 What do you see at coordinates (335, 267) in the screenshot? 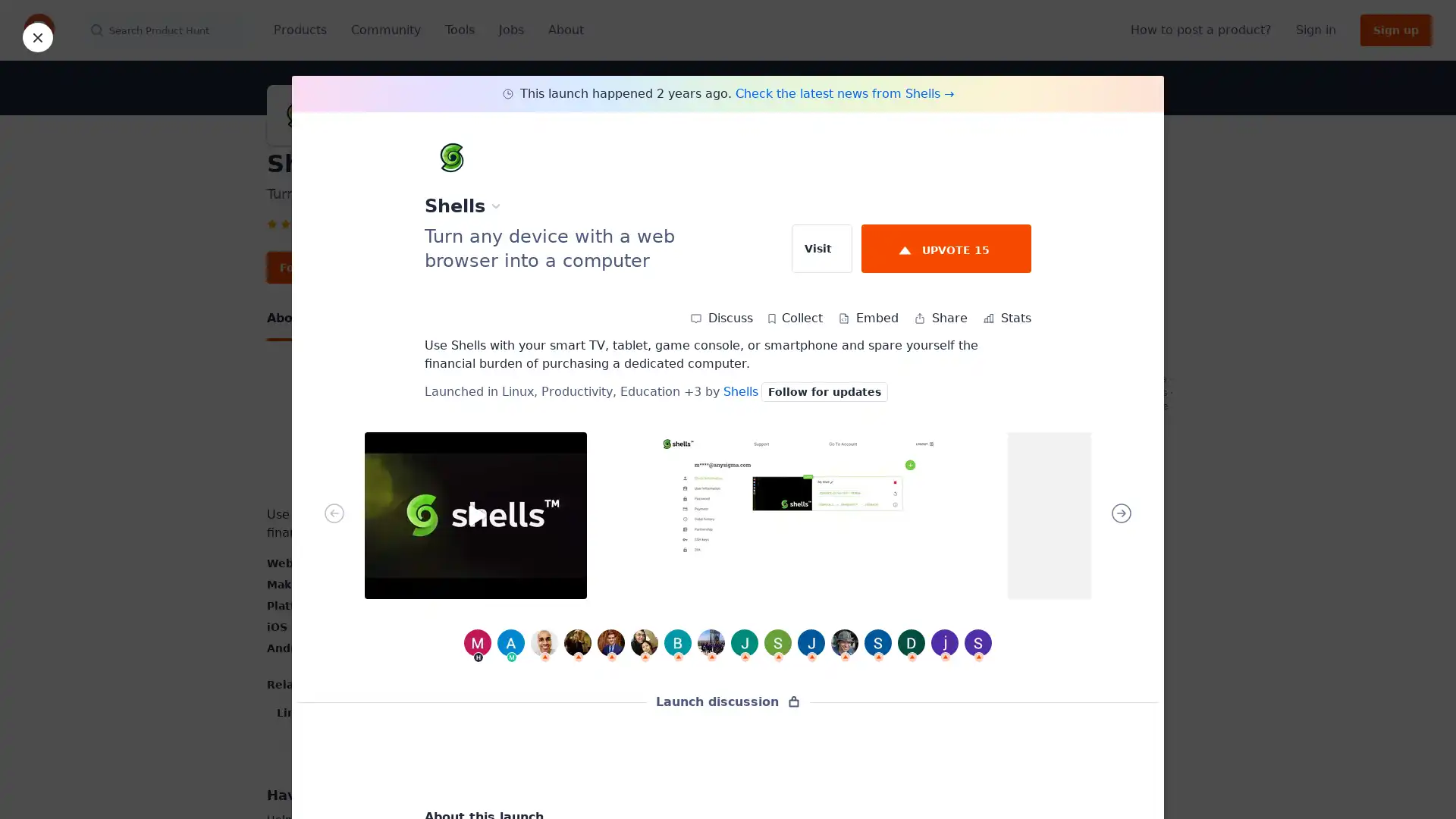
I see `Follow for updates` at bounding box center [335, 267].